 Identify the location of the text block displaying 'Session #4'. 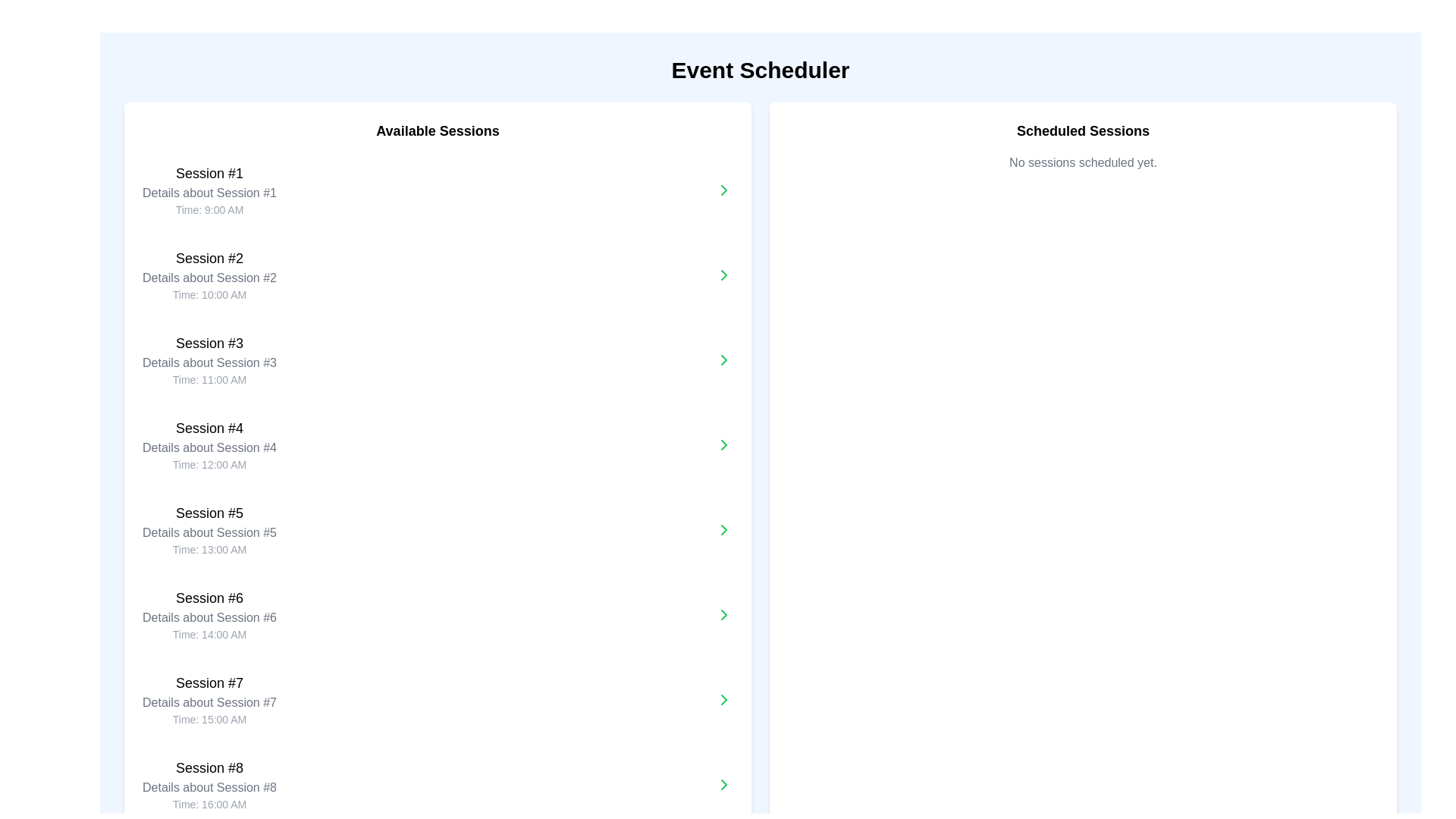
(209, 444).